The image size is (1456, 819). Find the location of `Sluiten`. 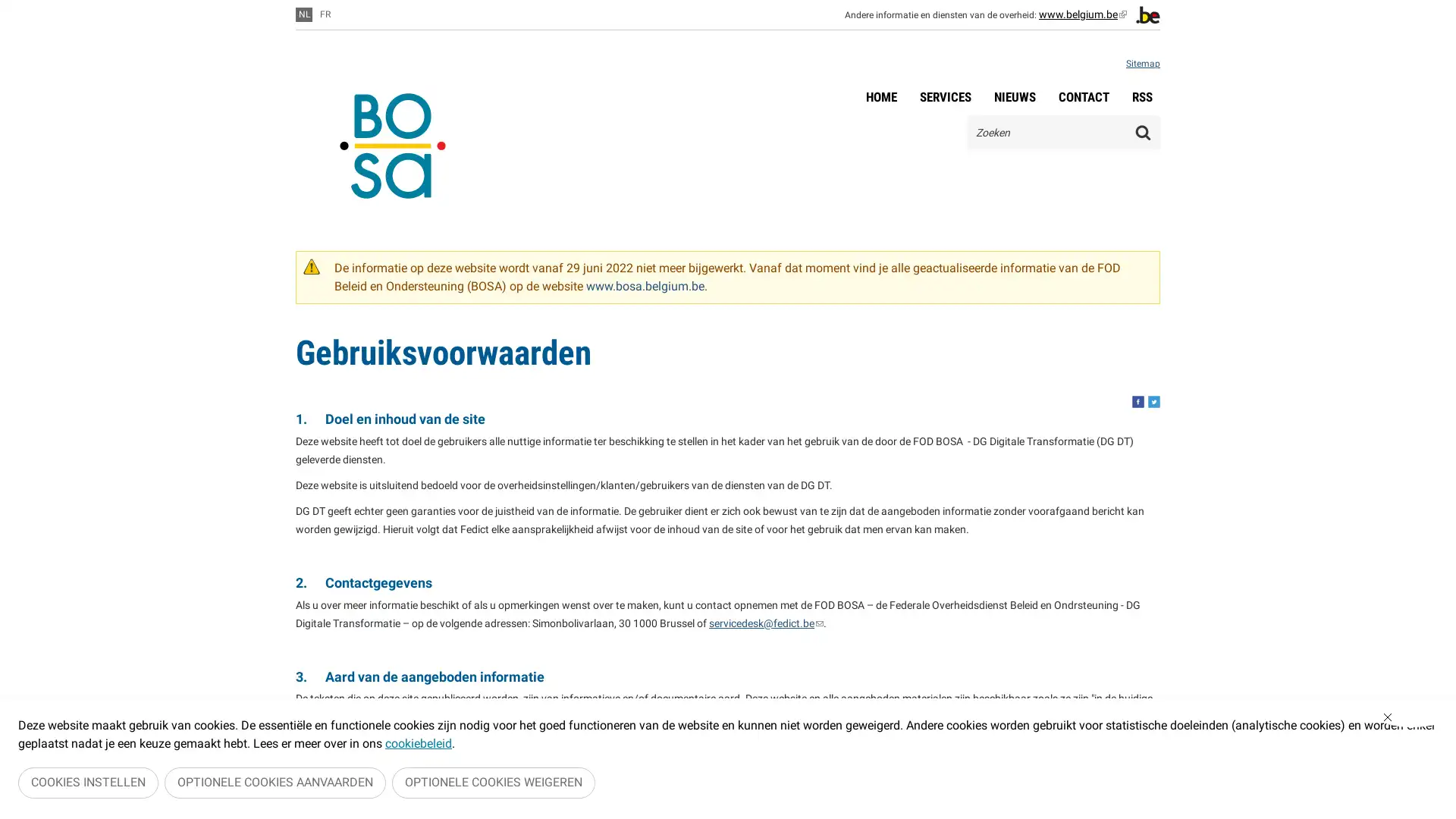

Sluiten is located at coordinates (1411, 720).